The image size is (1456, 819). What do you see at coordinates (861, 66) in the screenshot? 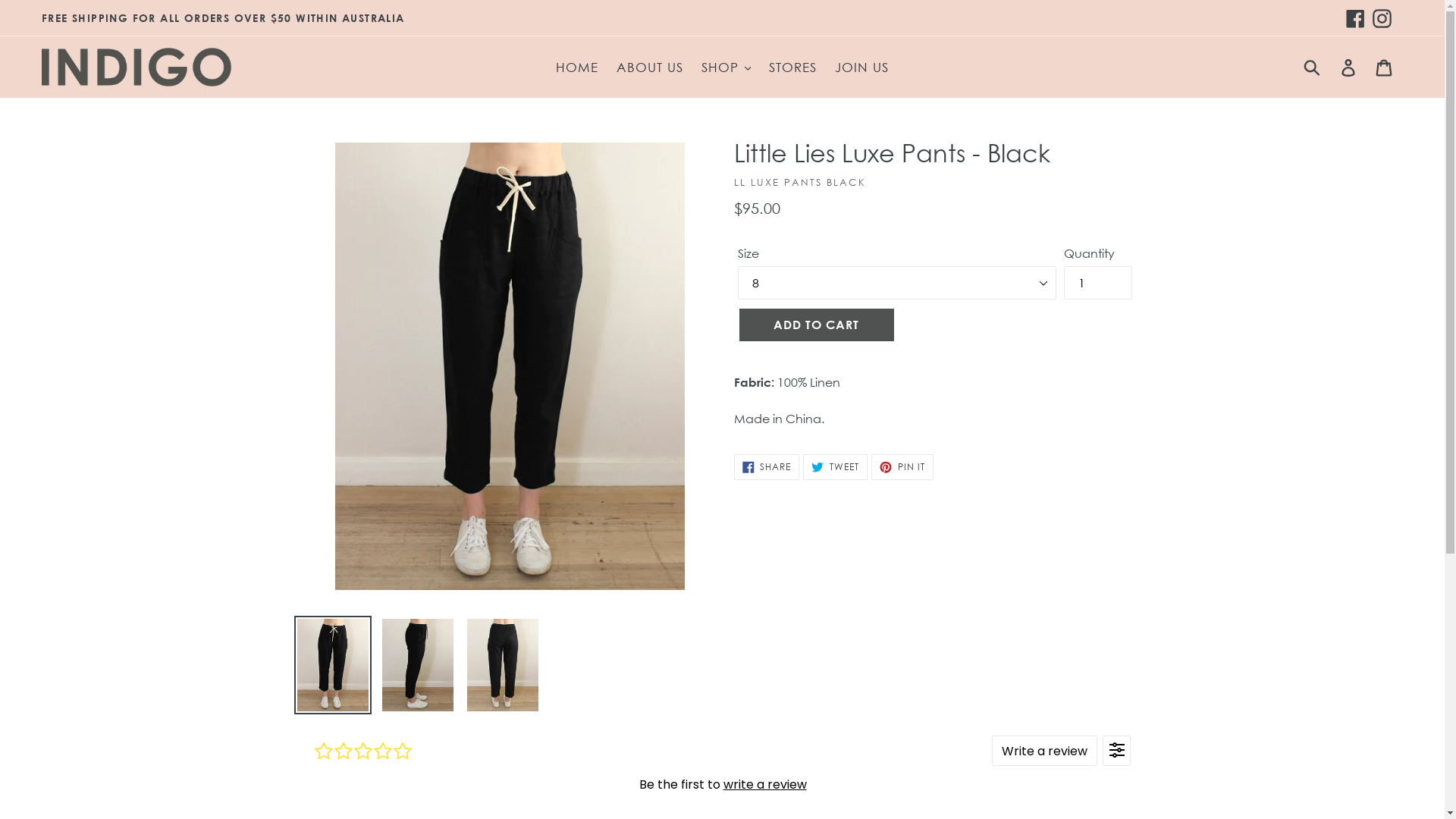
I see `'JOIN US'` at bounding box center [861, 66].